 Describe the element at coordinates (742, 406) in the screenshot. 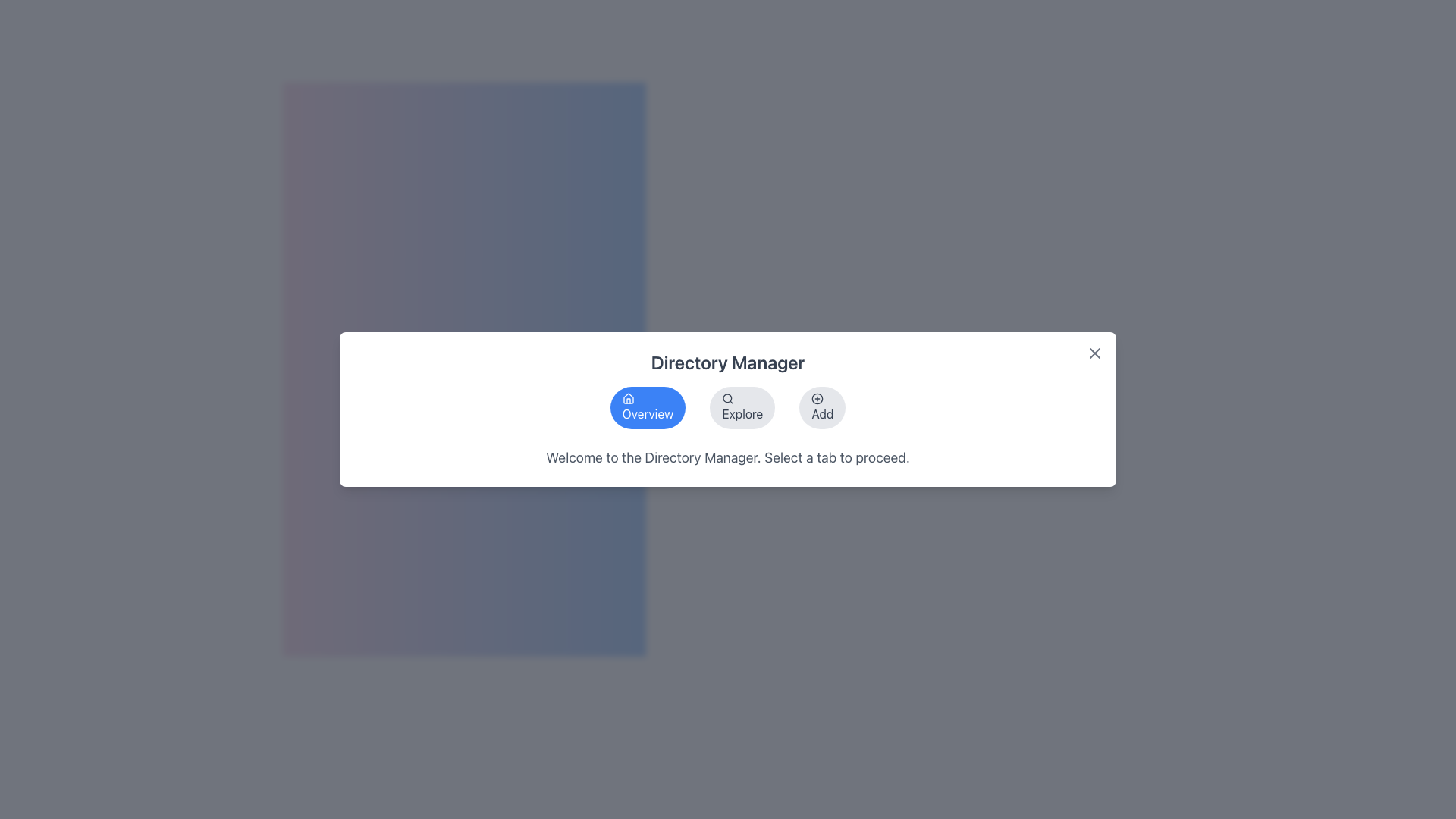

I see `the second button in the horizontally aligned group within the 'Directory Manager' modal dialog` at that location.